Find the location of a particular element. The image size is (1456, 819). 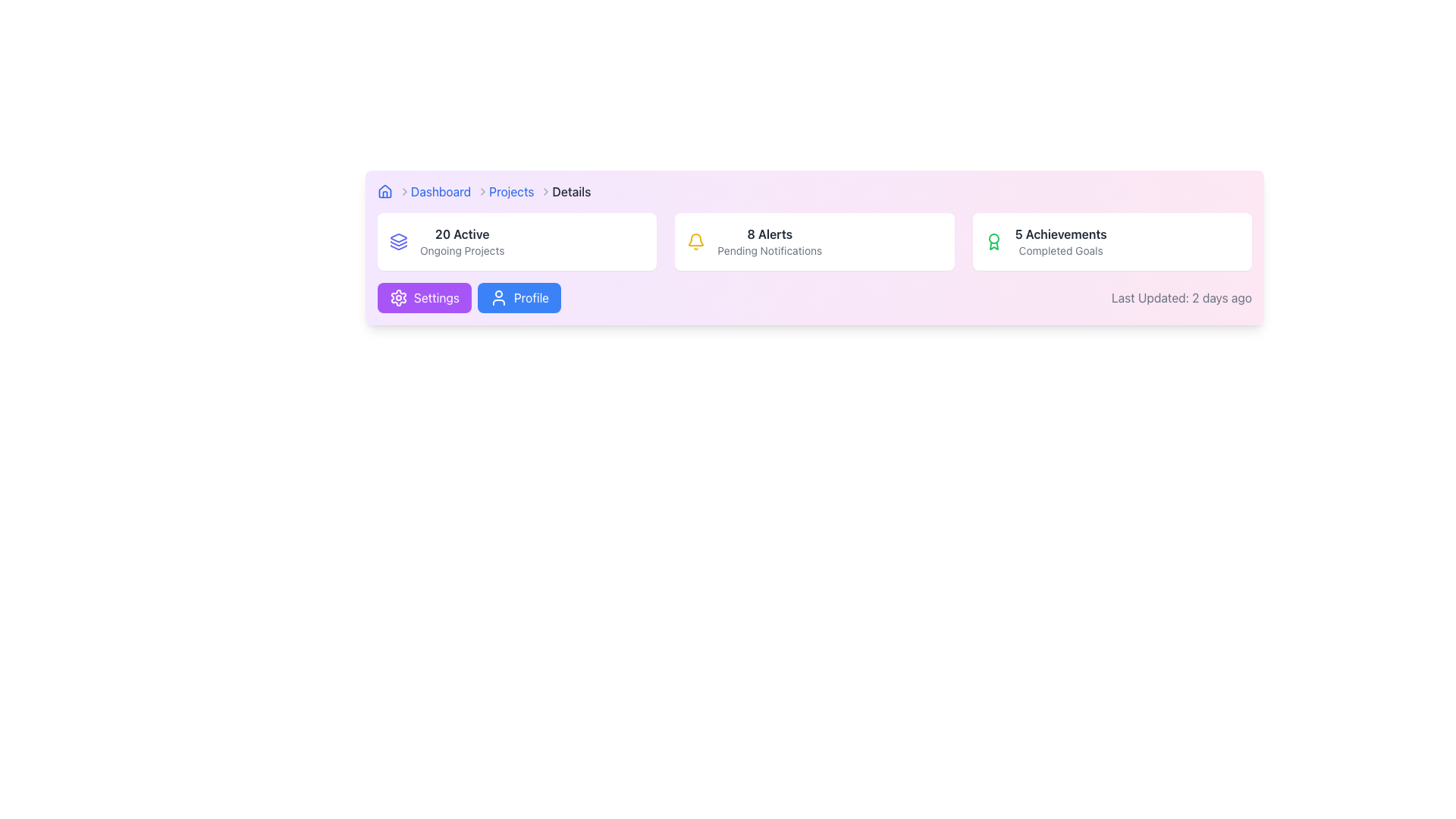

the hyperlink in the breadcrumb navigation that redirects users to the Projects-related page, located between 'Dashboard' and 'Details' is located at coordinates (511, 191).